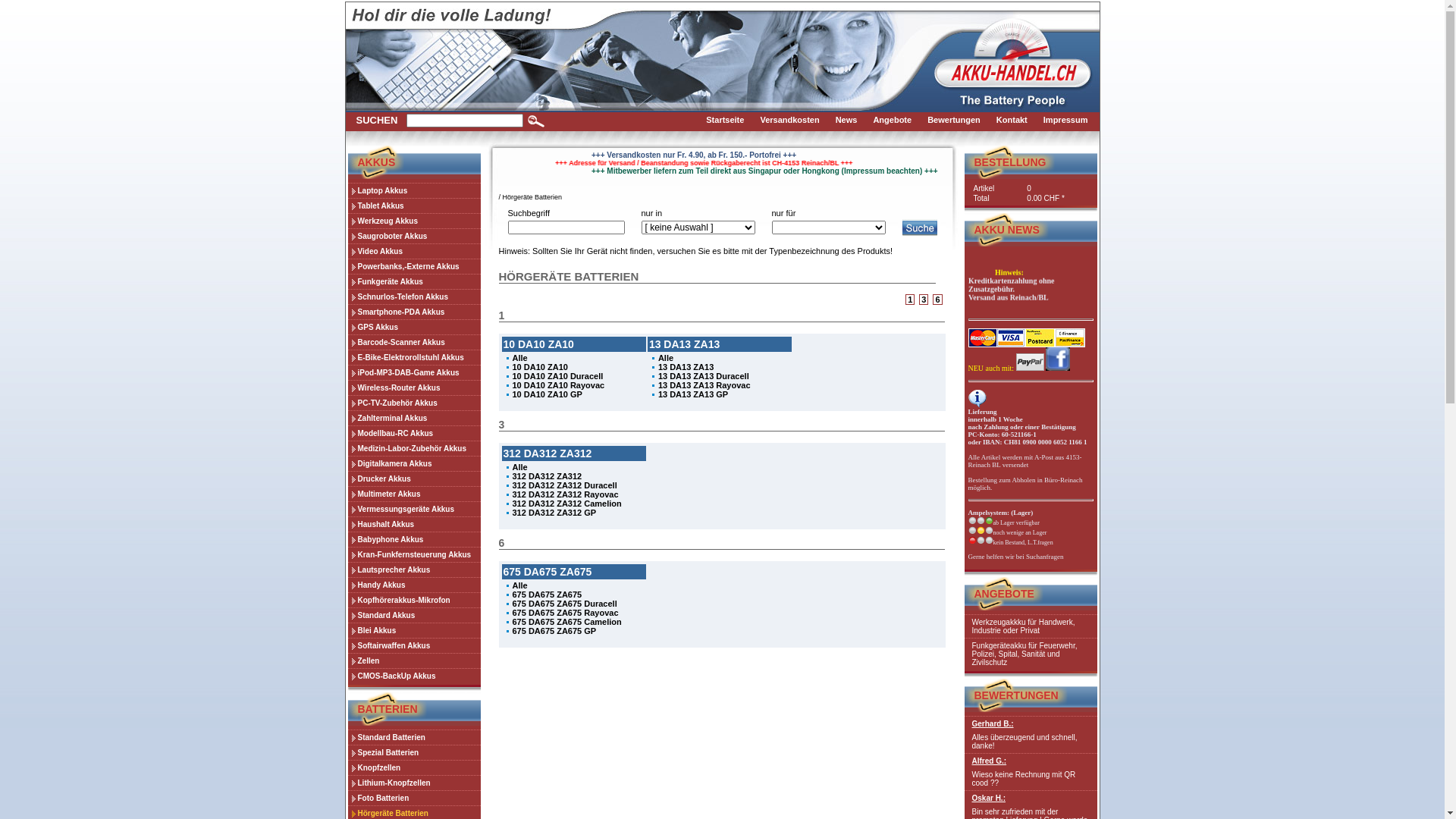 This screenshot has height=819, width=1456. What do you see at coordinates (413, 418) in the screenshot?
I see `'Zahlterminal Akkus'` at bounding box center [413, 418].